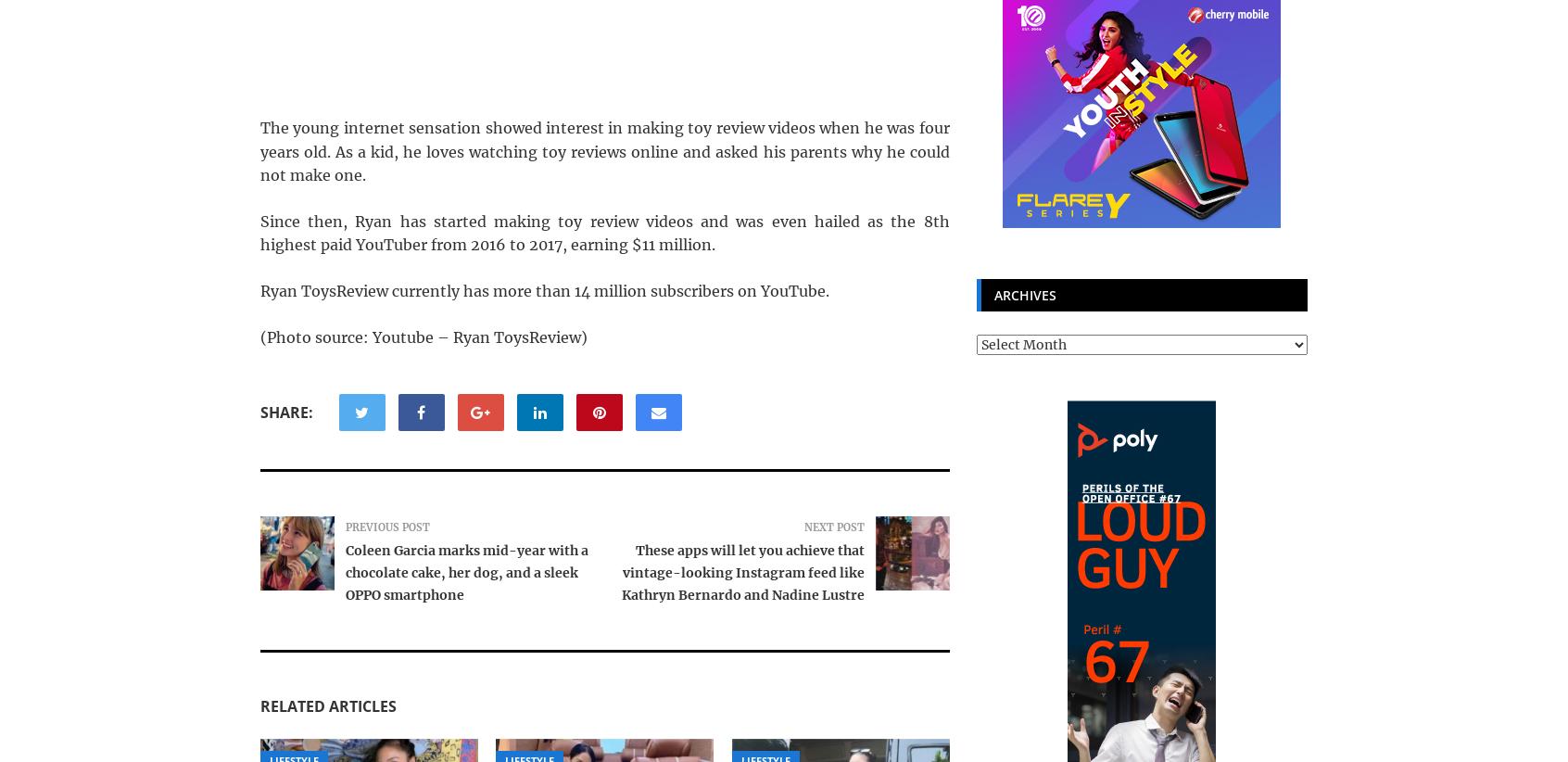 Image resolution: width=1568 pixels, height=762 pixels. I want to click on 'Coleen Garcia marks mid-year with a chocolate cake, her dog, and a sleek OPPO smartphone', so click(345, 571).